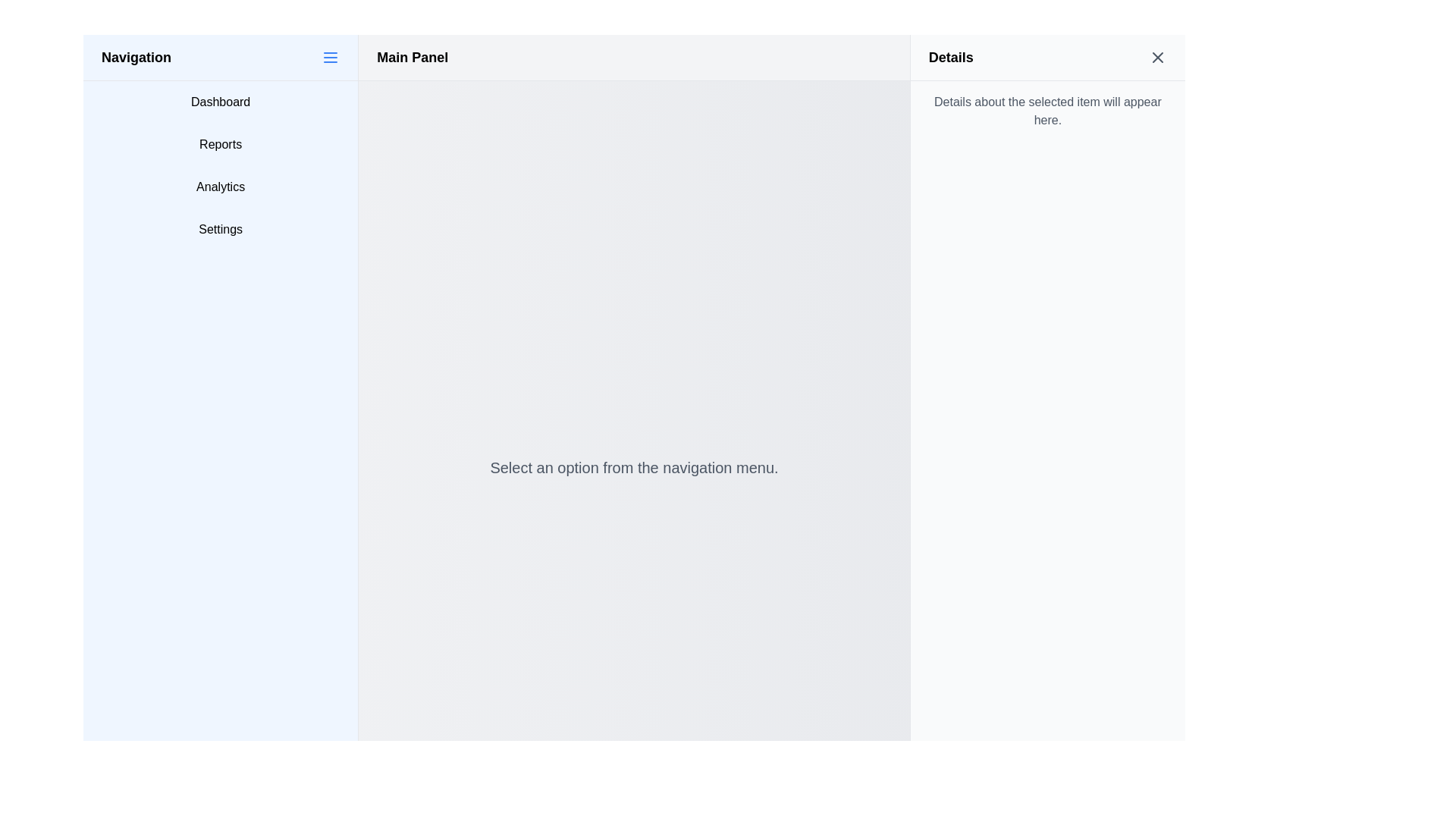  Describe the element at coordinates (1156, 57) in the screenshot. I see `the 'X' icon in the top-right corner of the 'Details' section` at that location.